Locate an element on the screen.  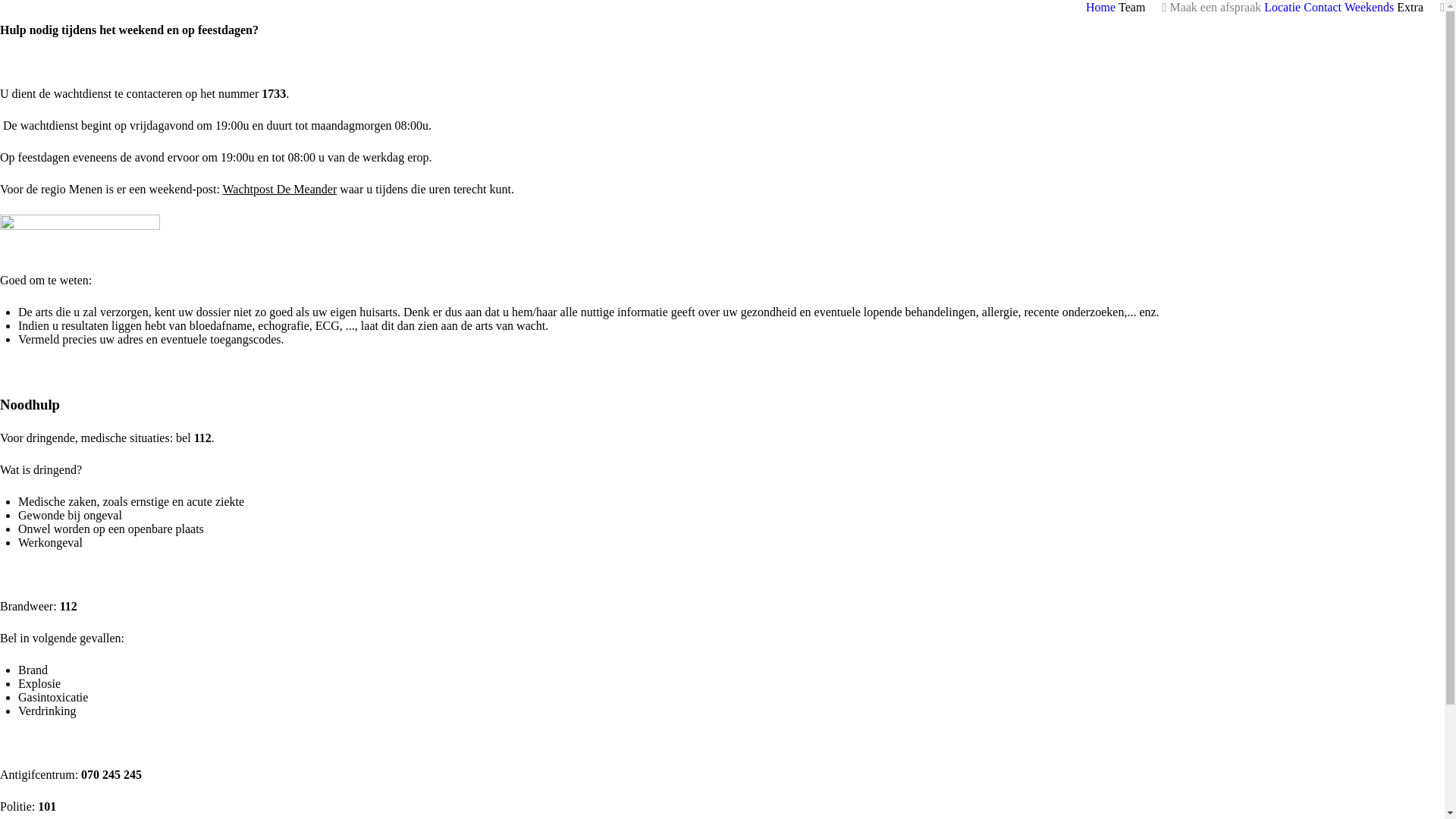
'Home' is located at coordinates (1100, 7).